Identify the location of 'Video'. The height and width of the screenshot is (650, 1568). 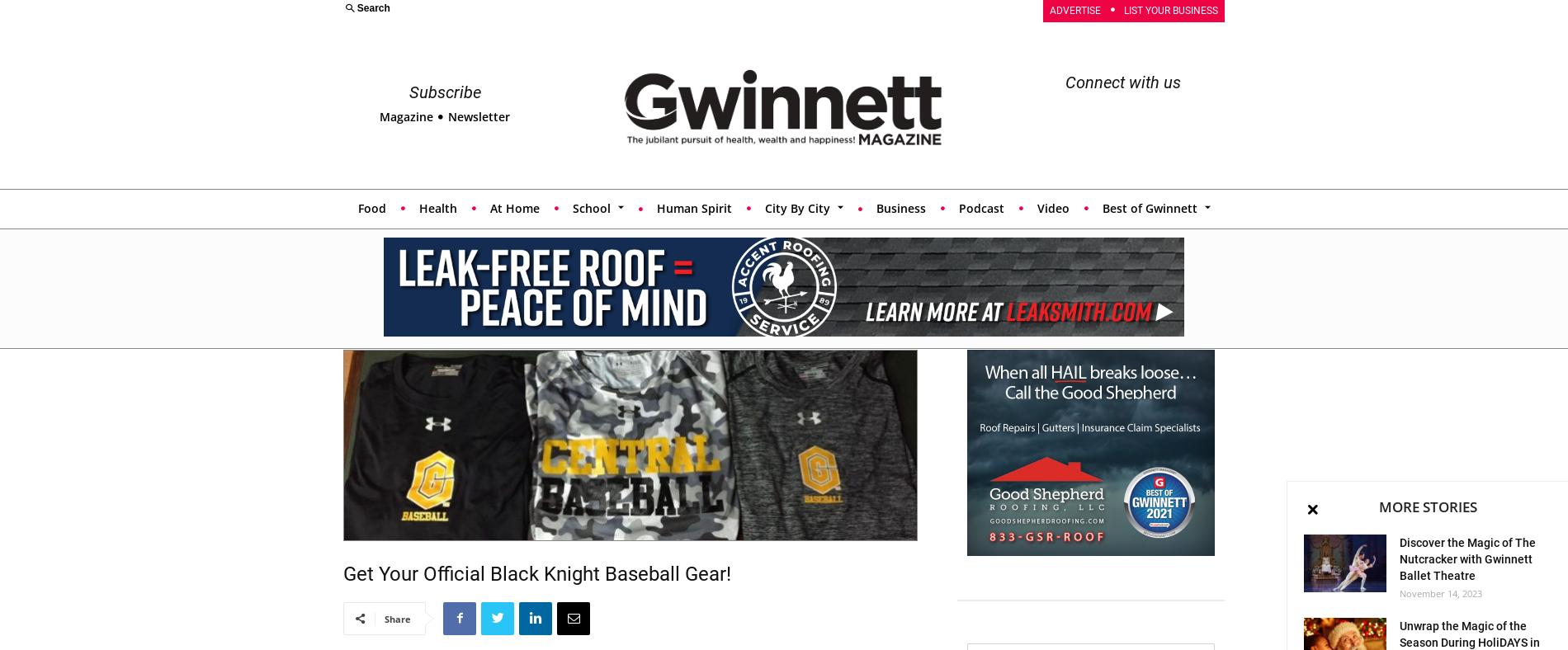
(1051, 206).